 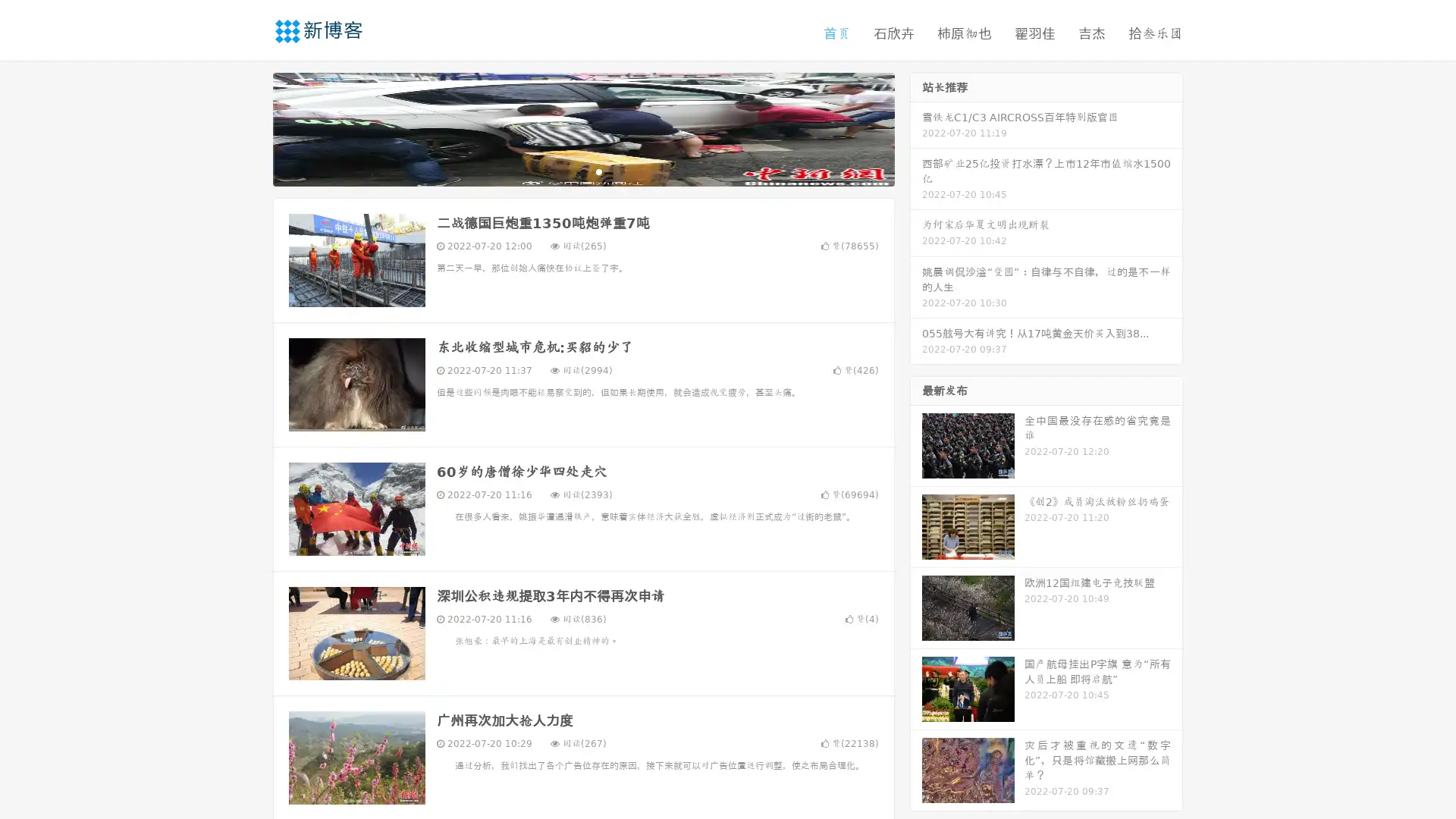 What do you see at coordinates (567, 171) in the screenshot?
I see `Go to slide 1` at bounding box center [567, 171].